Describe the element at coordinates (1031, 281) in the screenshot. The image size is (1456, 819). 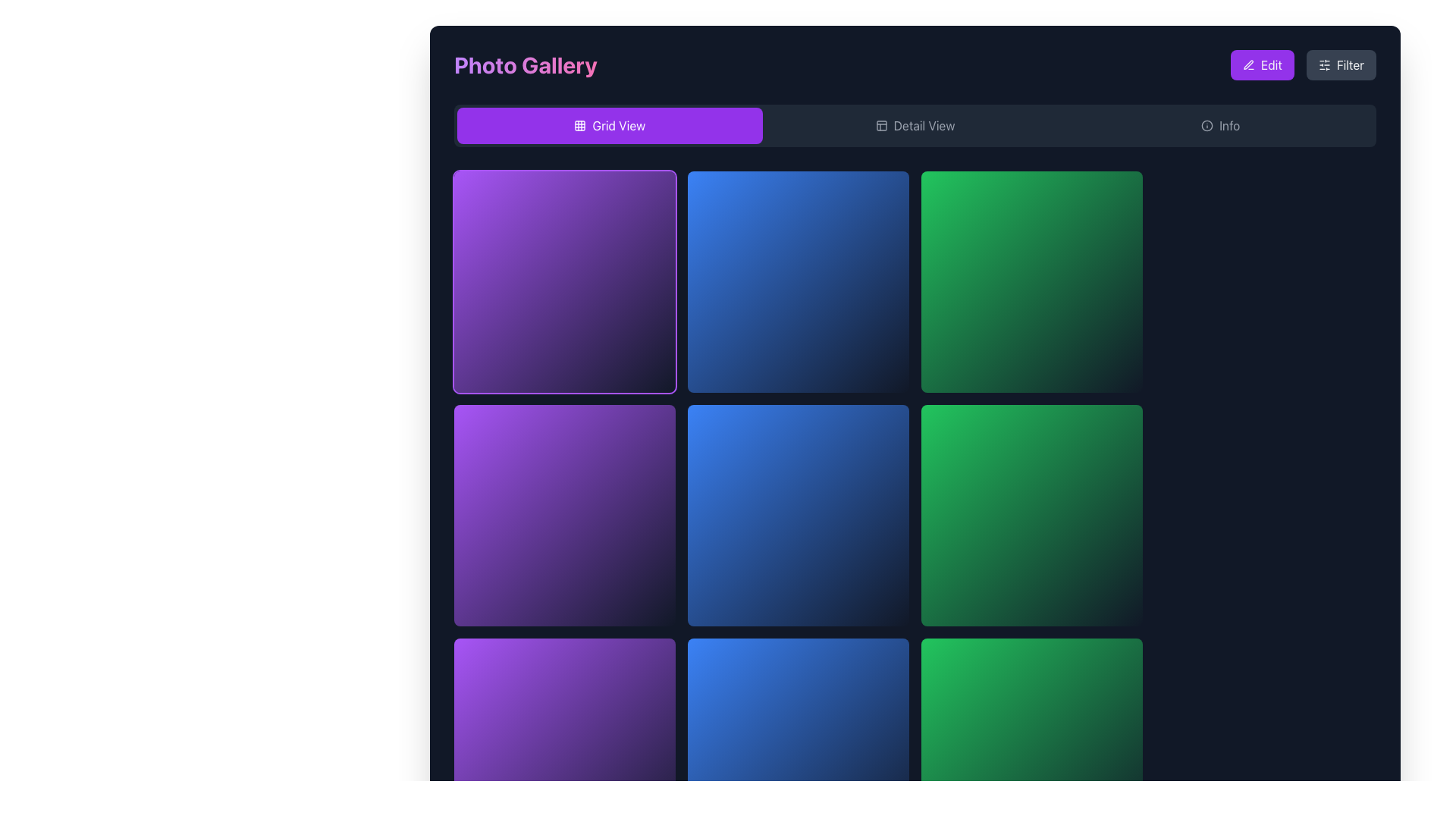
I see `the clickable visual tile with a green to teal gradient background located in the first row, third column of the grid` at that location.